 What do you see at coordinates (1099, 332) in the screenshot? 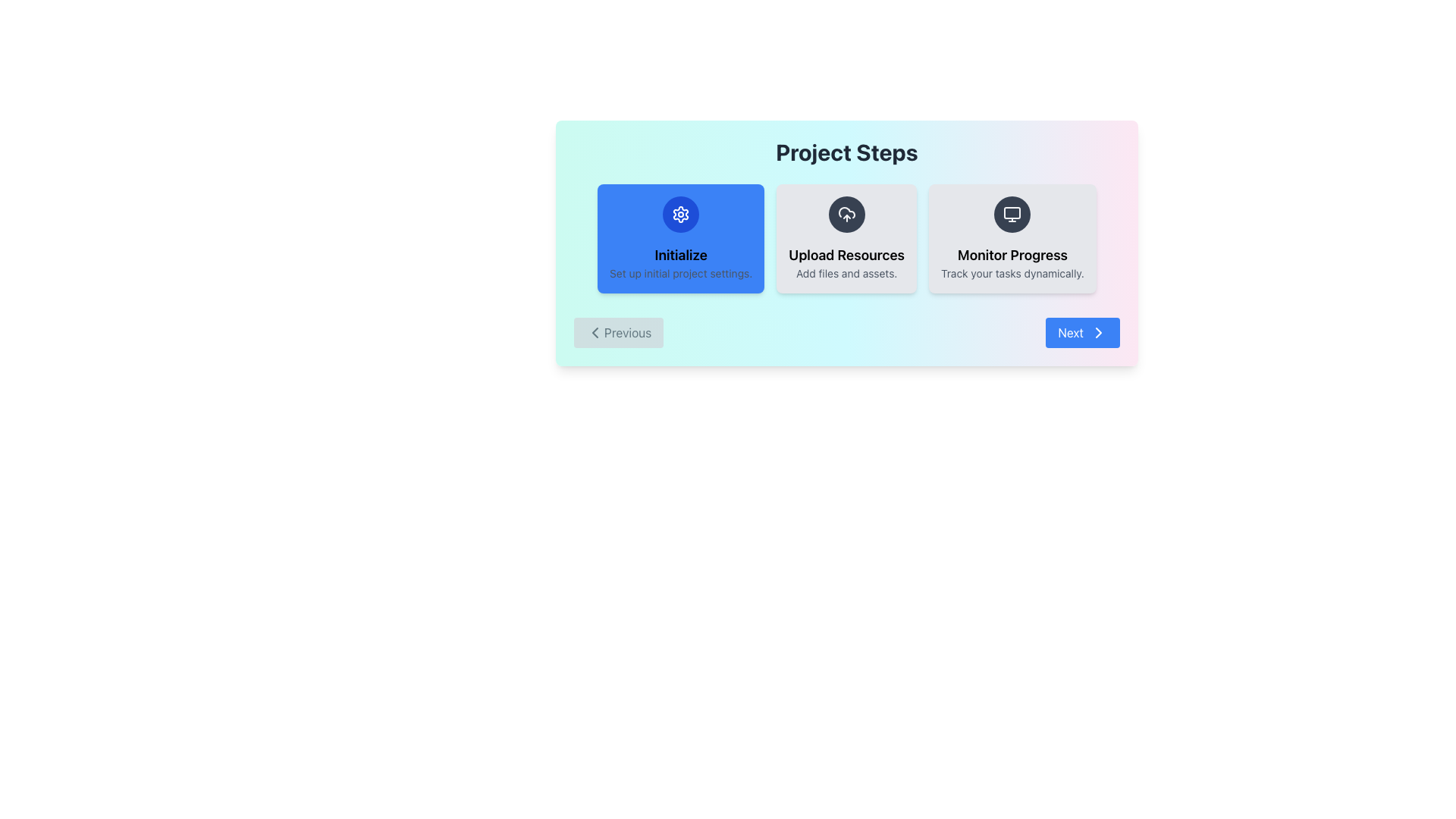
I see `the blue 'Next' button that contains a right-facing chevron-shaped arrow icon` at bounding box center [1099, 332].